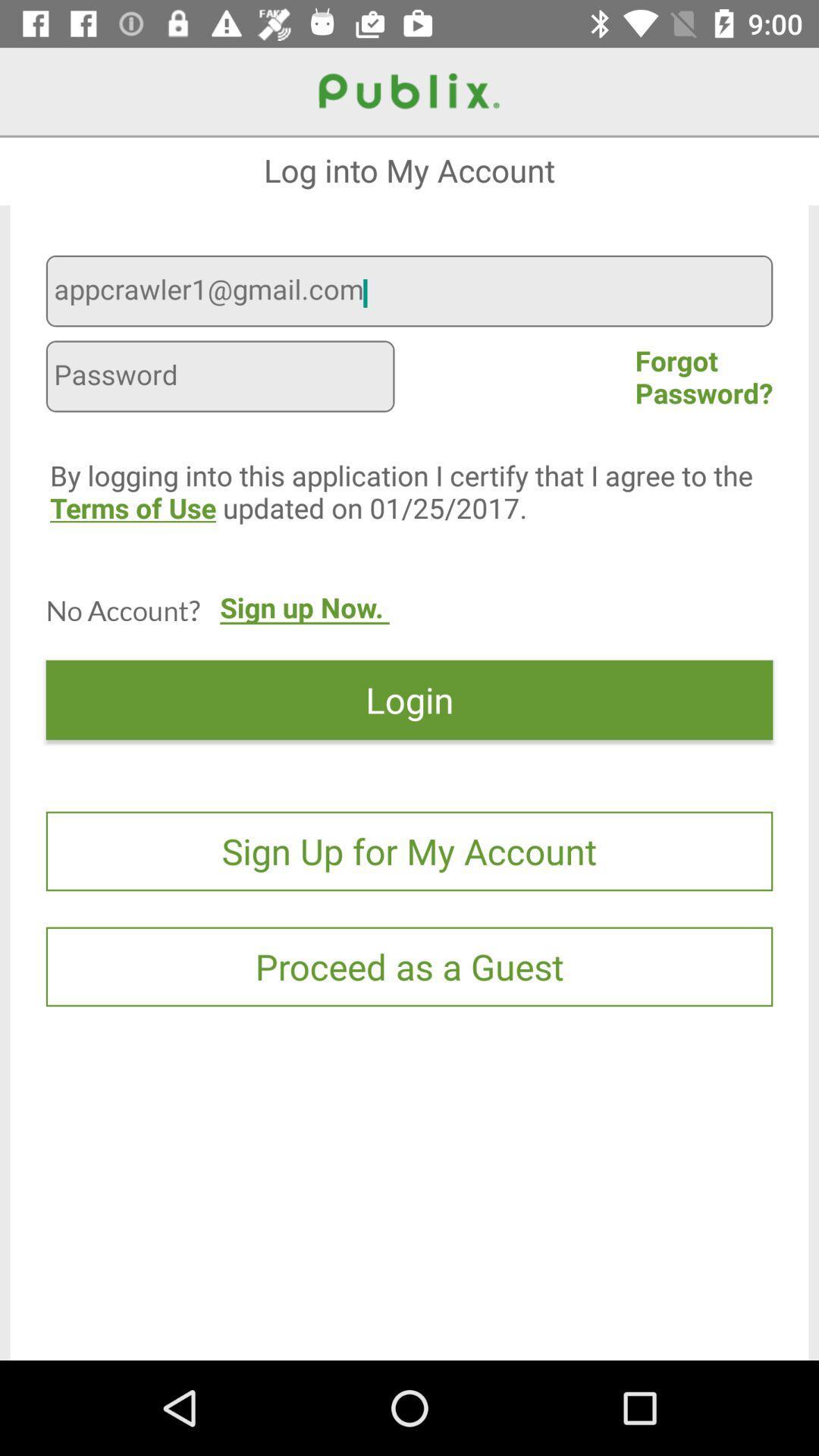  I want to click on item next to the forgot, so click(220, 378).